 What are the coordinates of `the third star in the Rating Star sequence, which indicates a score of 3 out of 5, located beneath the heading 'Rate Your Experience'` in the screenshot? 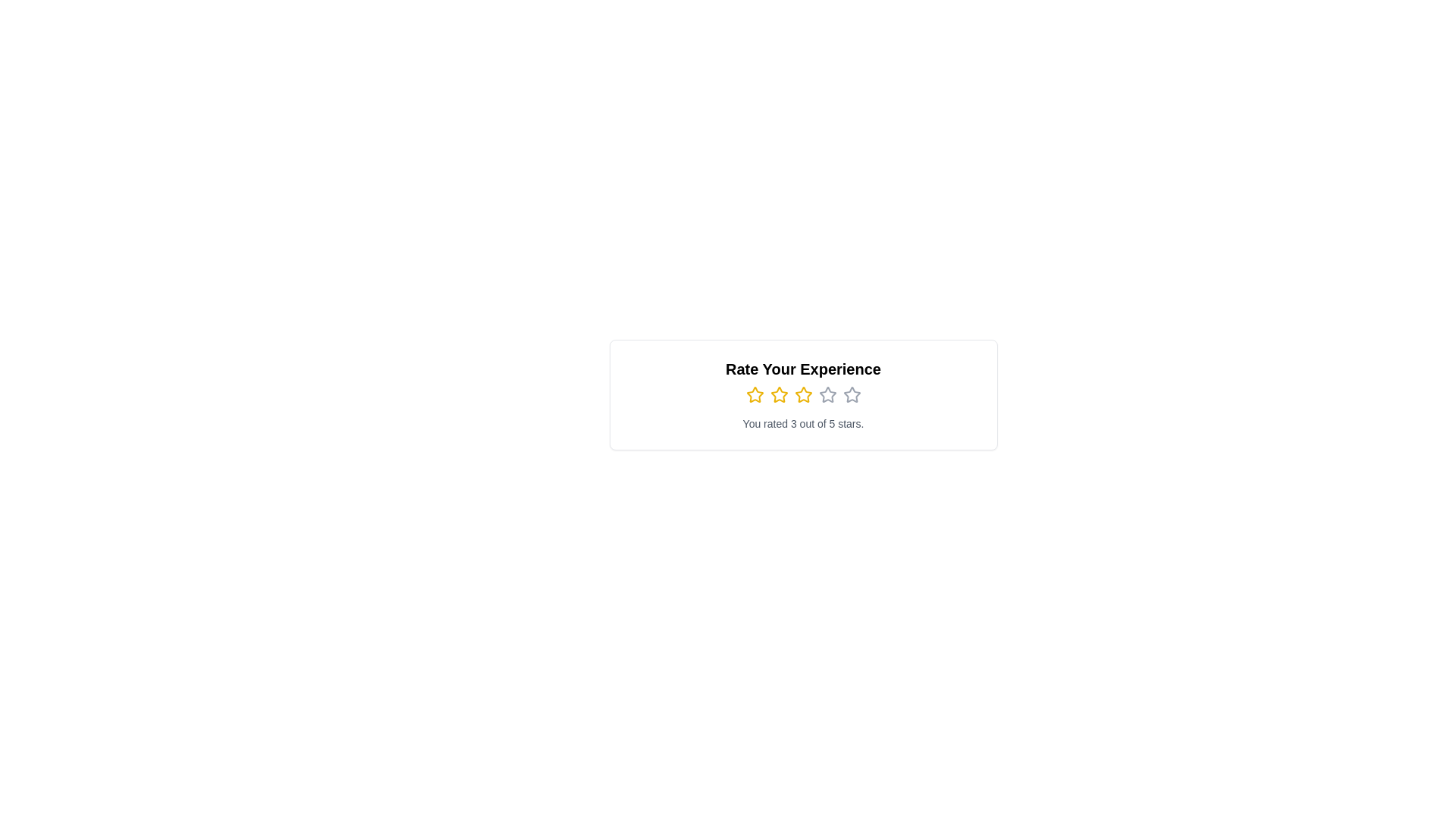 It's located at (802, 394).